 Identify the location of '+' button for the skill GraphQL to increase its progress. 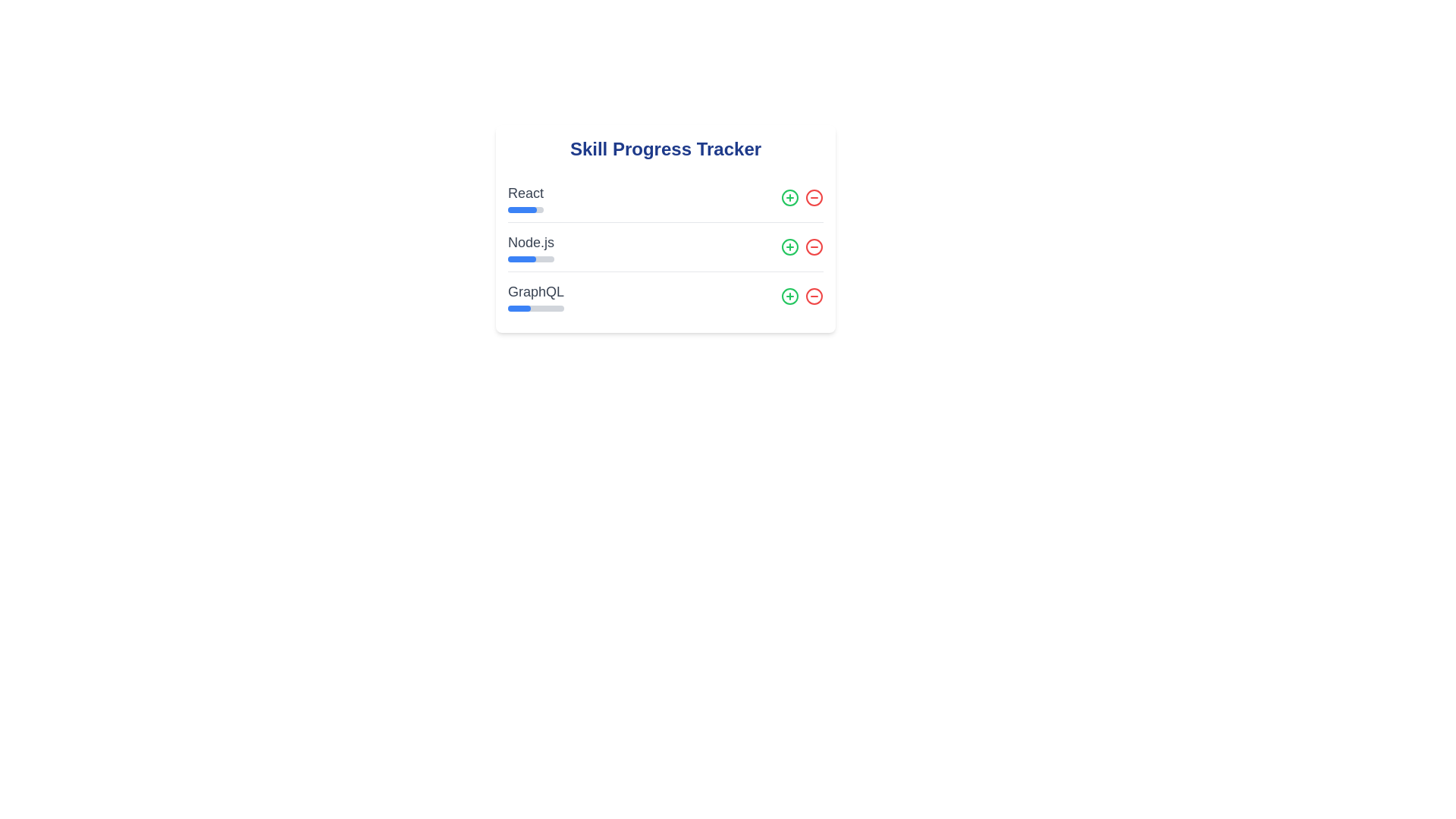
(789, 296).